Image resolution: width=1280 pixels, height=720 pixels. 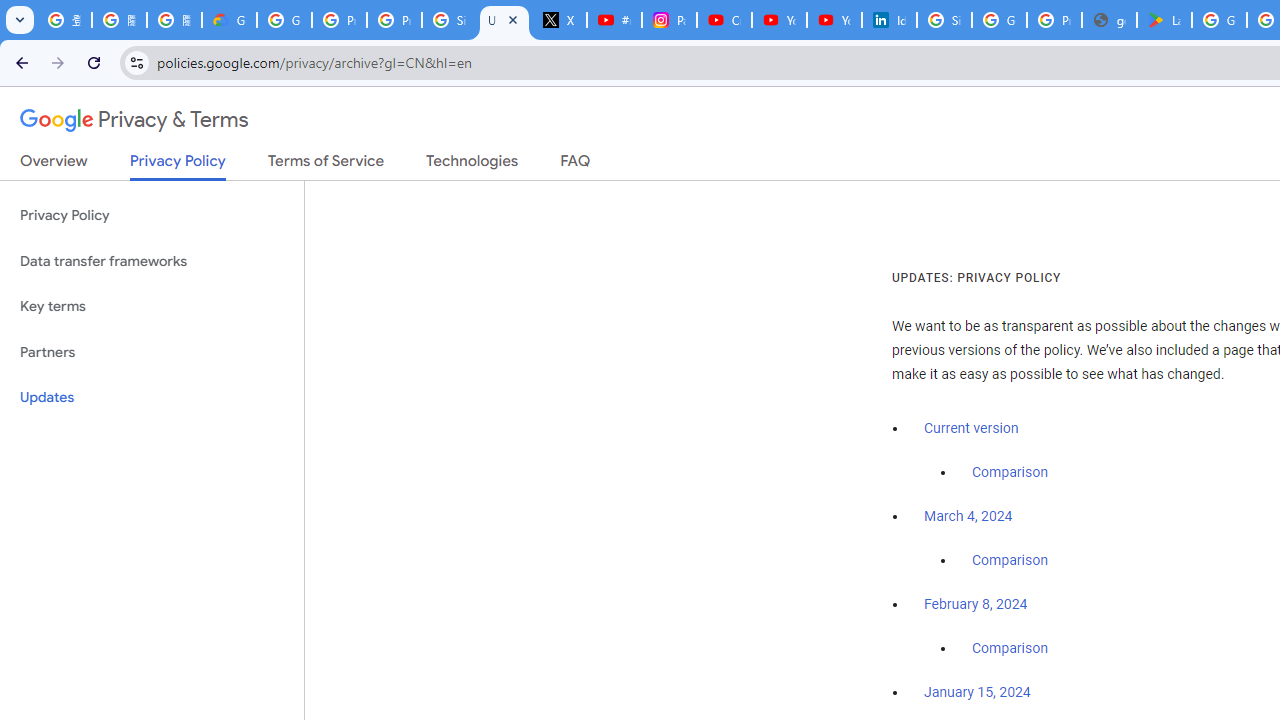 I want to click on 'google_privacy_policy_en.pdf', so click(x=1108, y=20).